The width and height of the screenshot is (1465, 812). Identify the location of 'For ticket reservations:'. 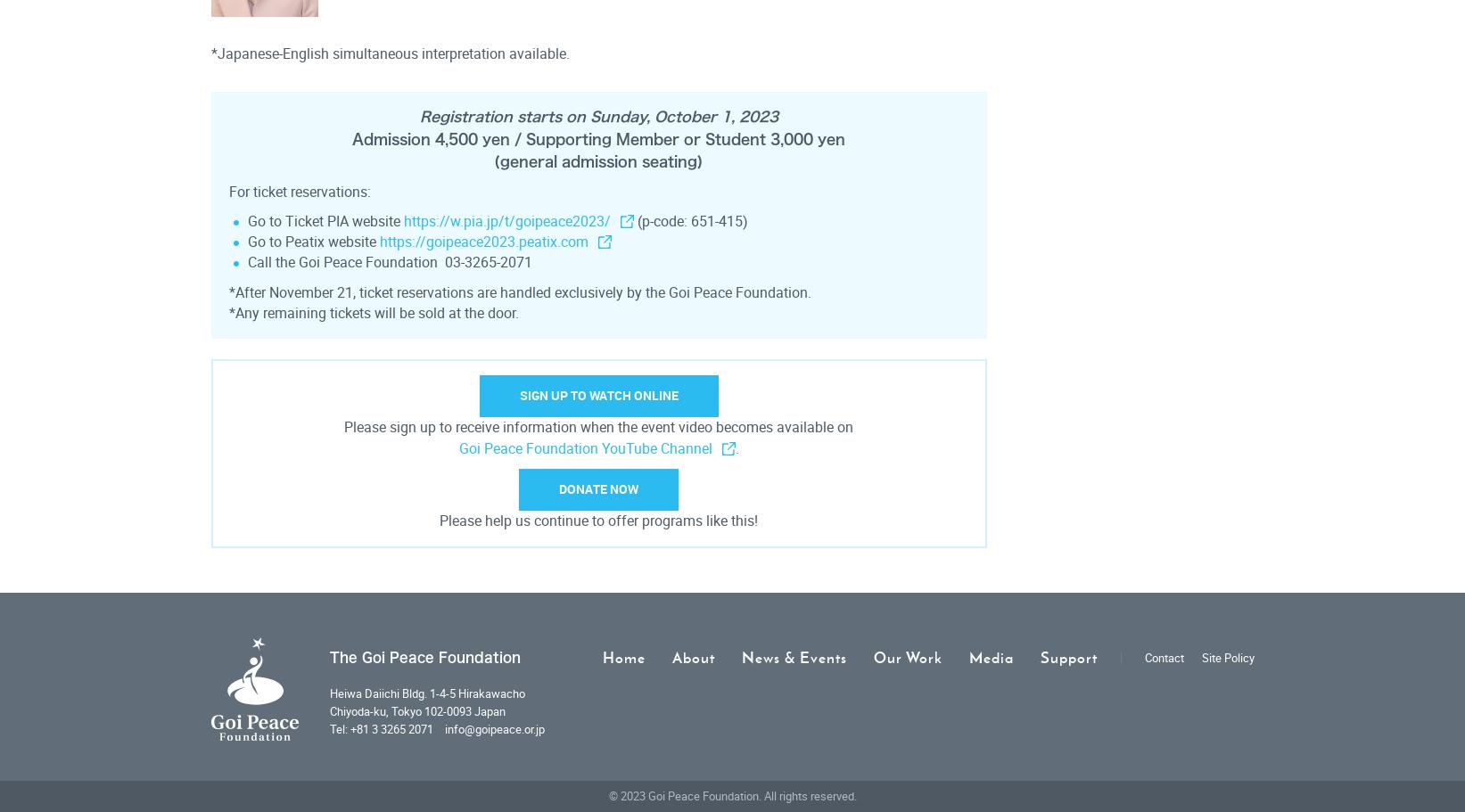
(298, 192).